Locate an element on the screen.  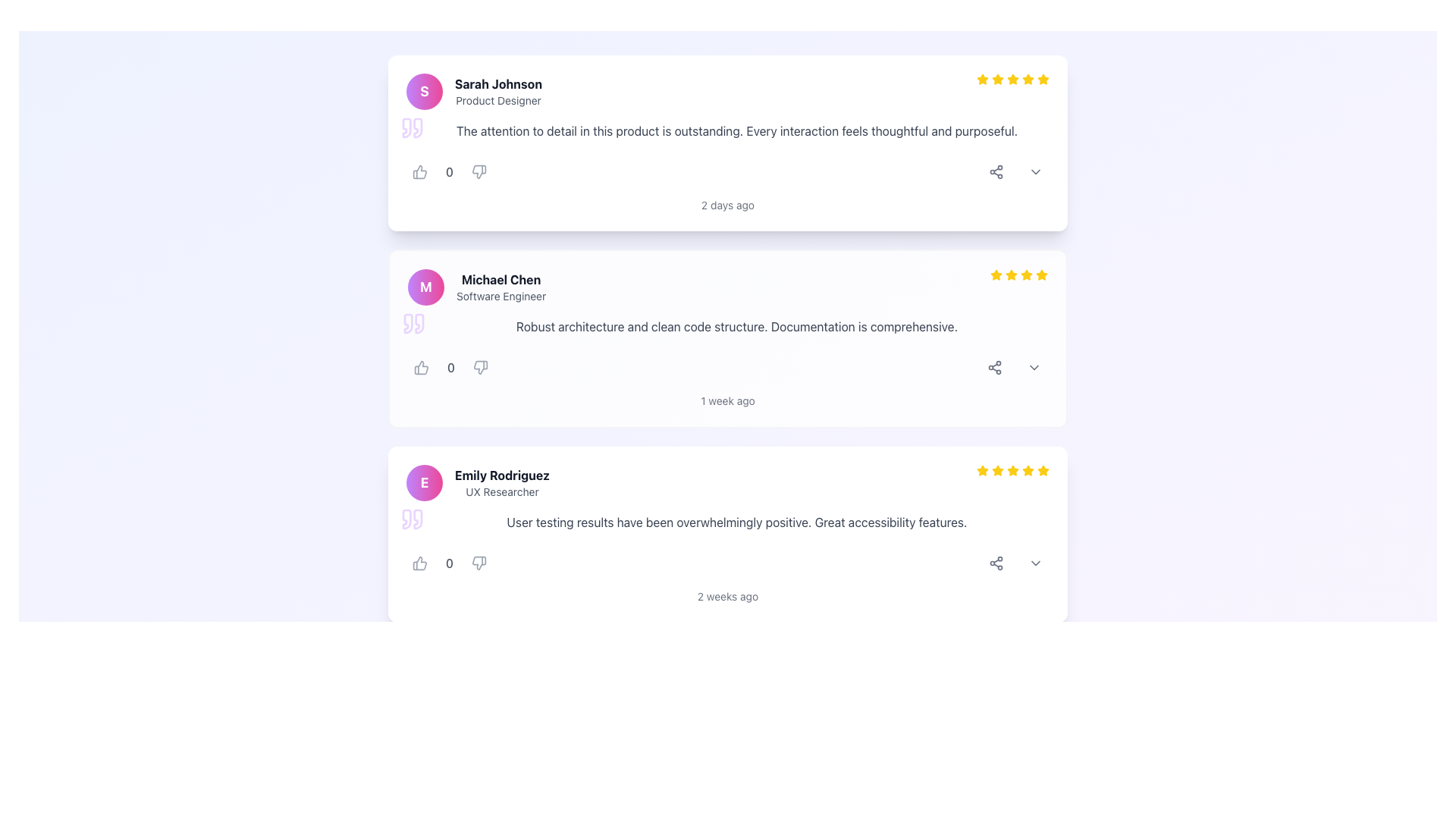
the thumbs-up icon located in the comment section for user Emily Rodriguez is located at coordinates (419, 563).